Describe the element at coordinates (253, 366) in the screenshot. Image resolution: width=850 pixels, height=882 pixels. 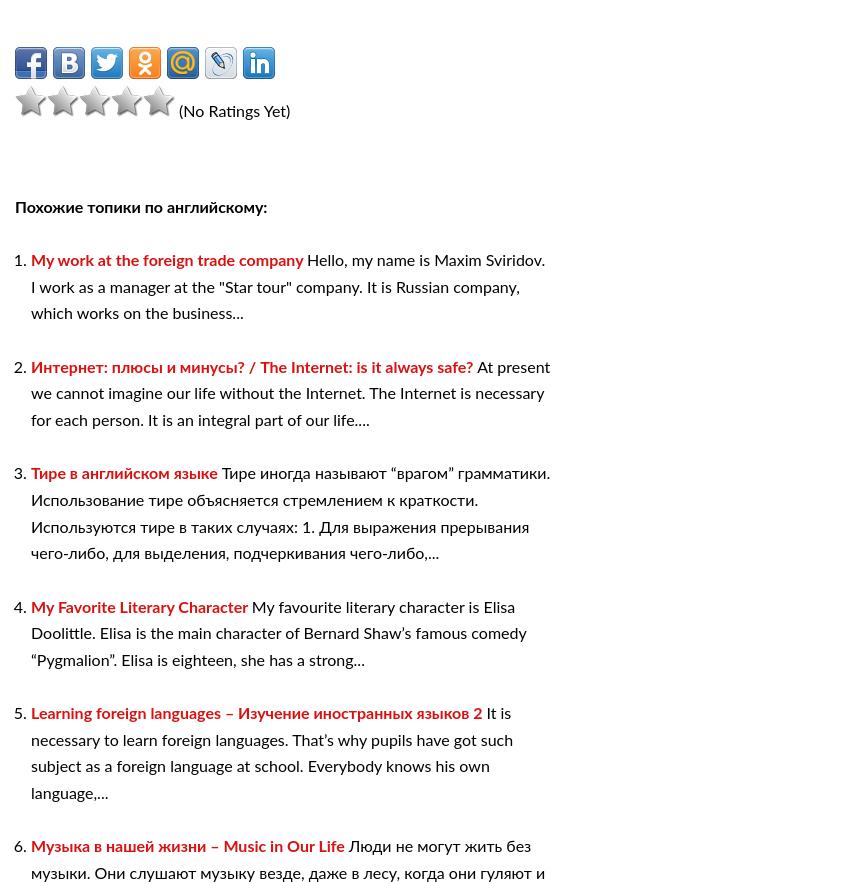
I see `'Интернет: плюсы и минусы? / The Internet: is it always safe?'` at that location.